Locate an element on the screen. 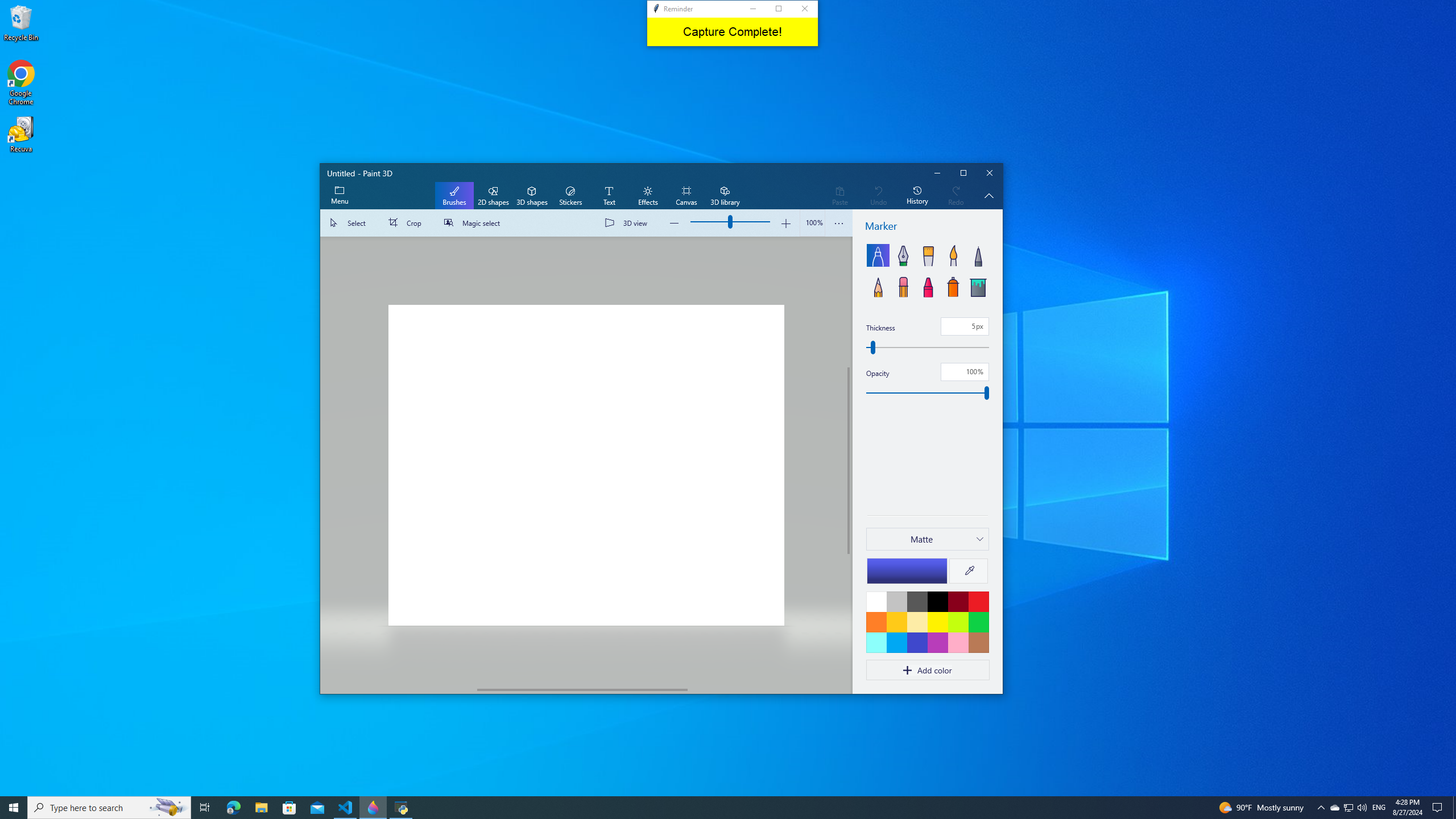 This screenshot has height=819, width=1456. 'Pink' is located at coordinates (937, 642).